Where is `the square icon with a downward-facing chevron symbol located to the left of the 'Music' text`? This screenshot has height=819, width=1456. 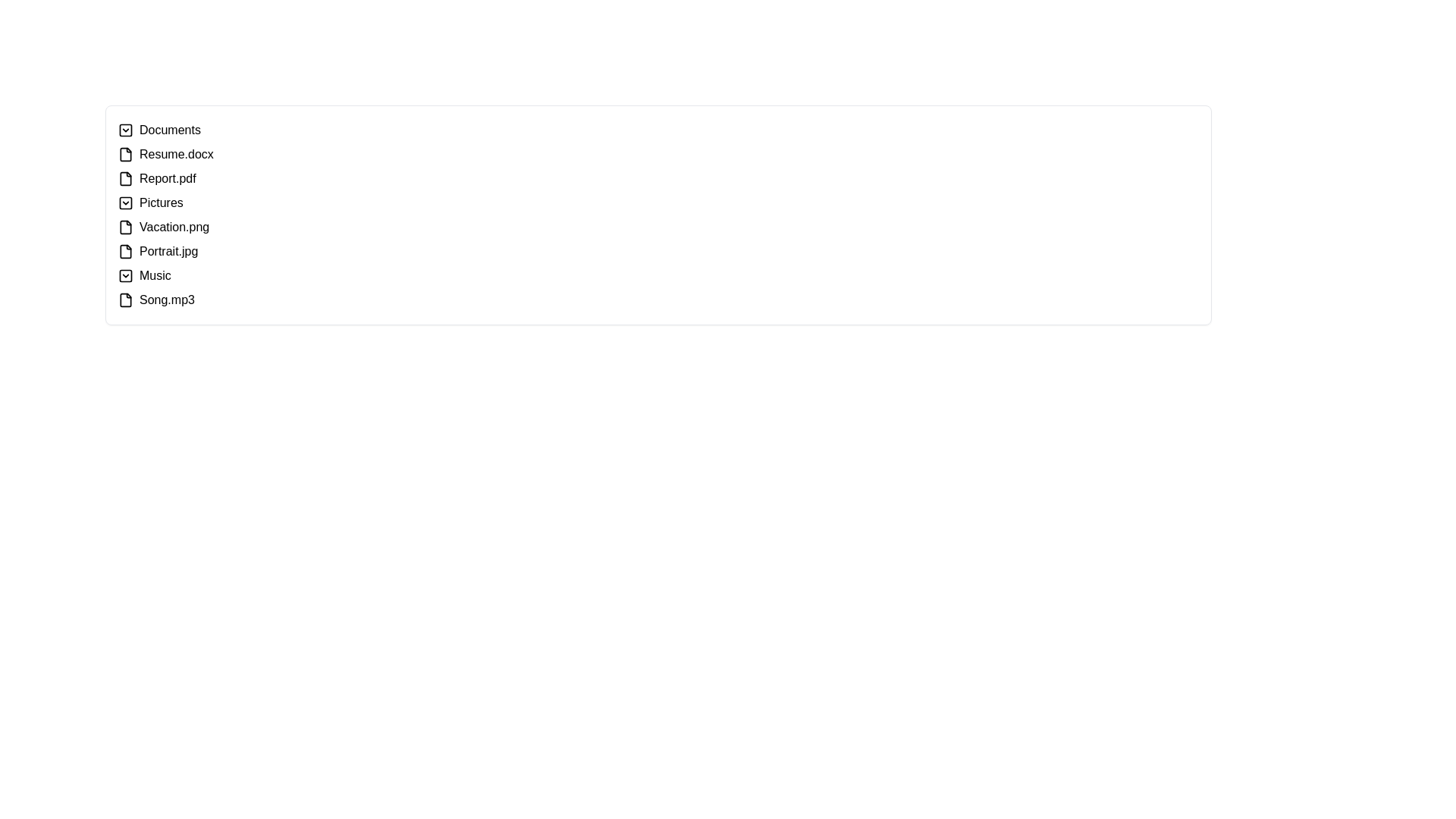
the square icon with a downward-facing chevron symbol located to the left of the 'Music' text is located at coordinates (126, 275).